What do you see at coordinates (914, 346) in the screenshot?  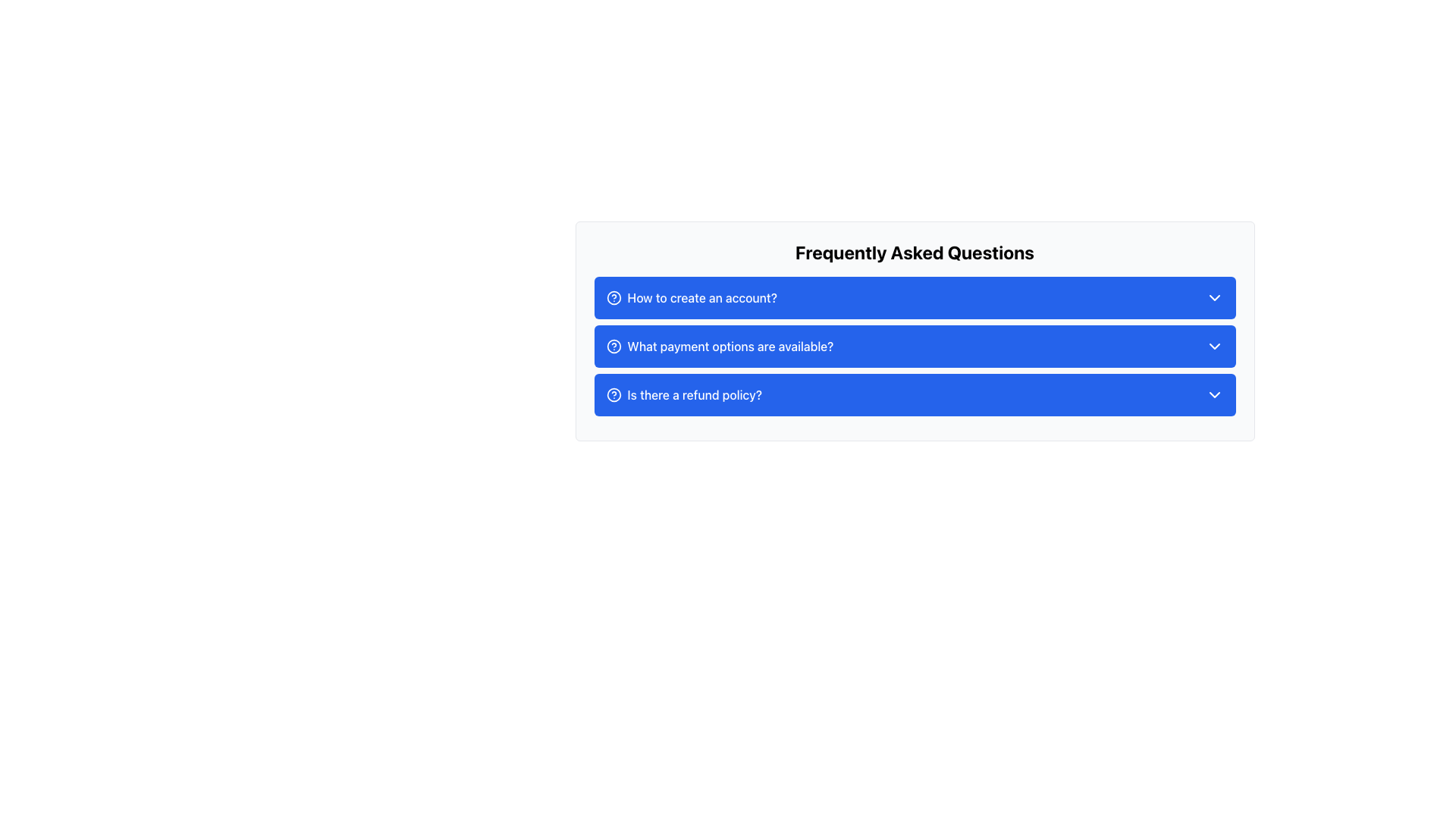 I see `the second FAQ Toggle Item located between 'How to create an account?' and 'Is there a refund policy?'` at bounding box center [914, 346].